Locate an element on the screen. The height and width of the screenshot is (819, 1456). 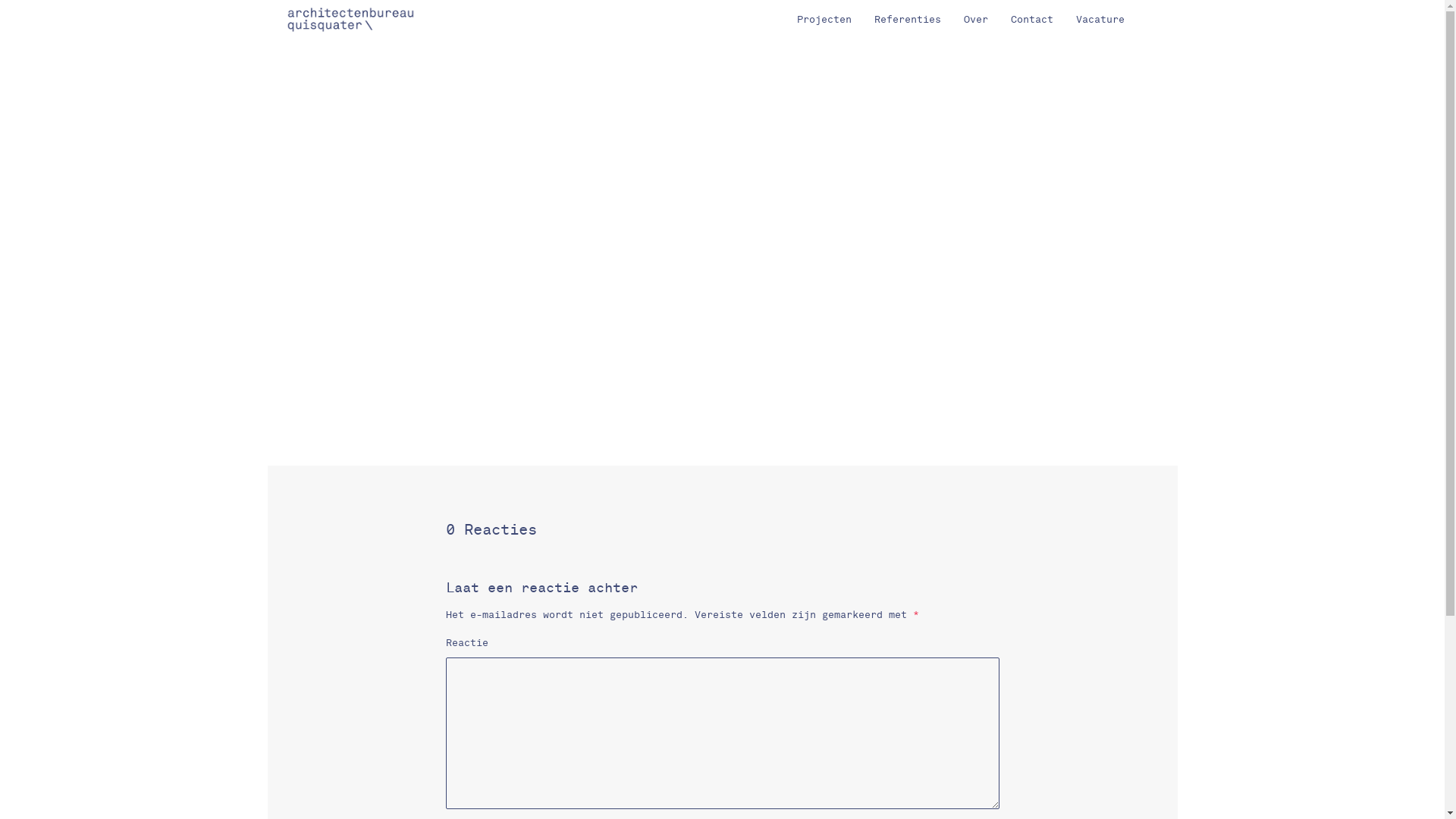
'Projecten' is located at coordinates (823, 20).